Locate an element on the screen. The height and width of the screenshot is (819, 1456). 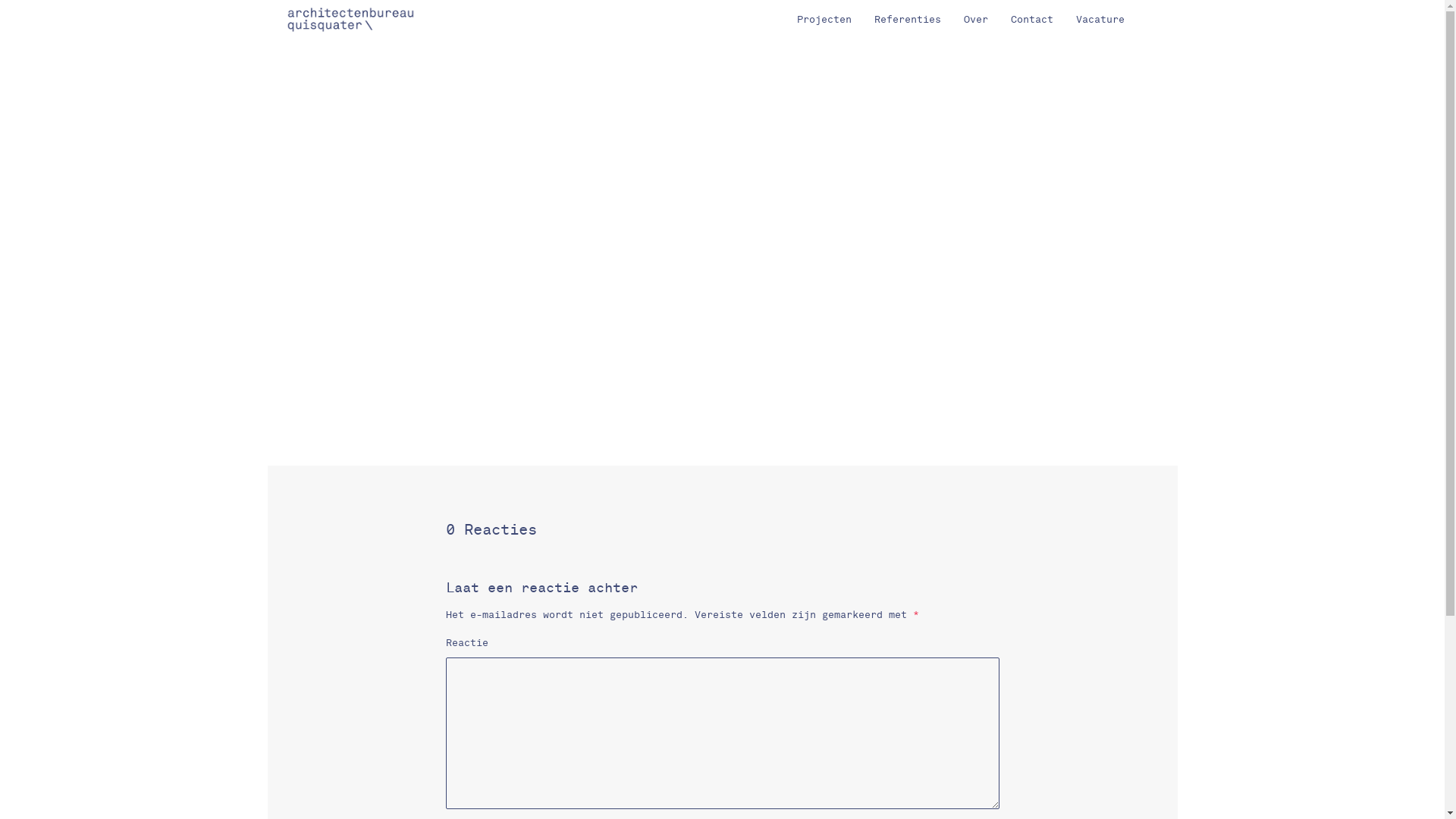
'Projecten' is located at coordinates (823, 20).